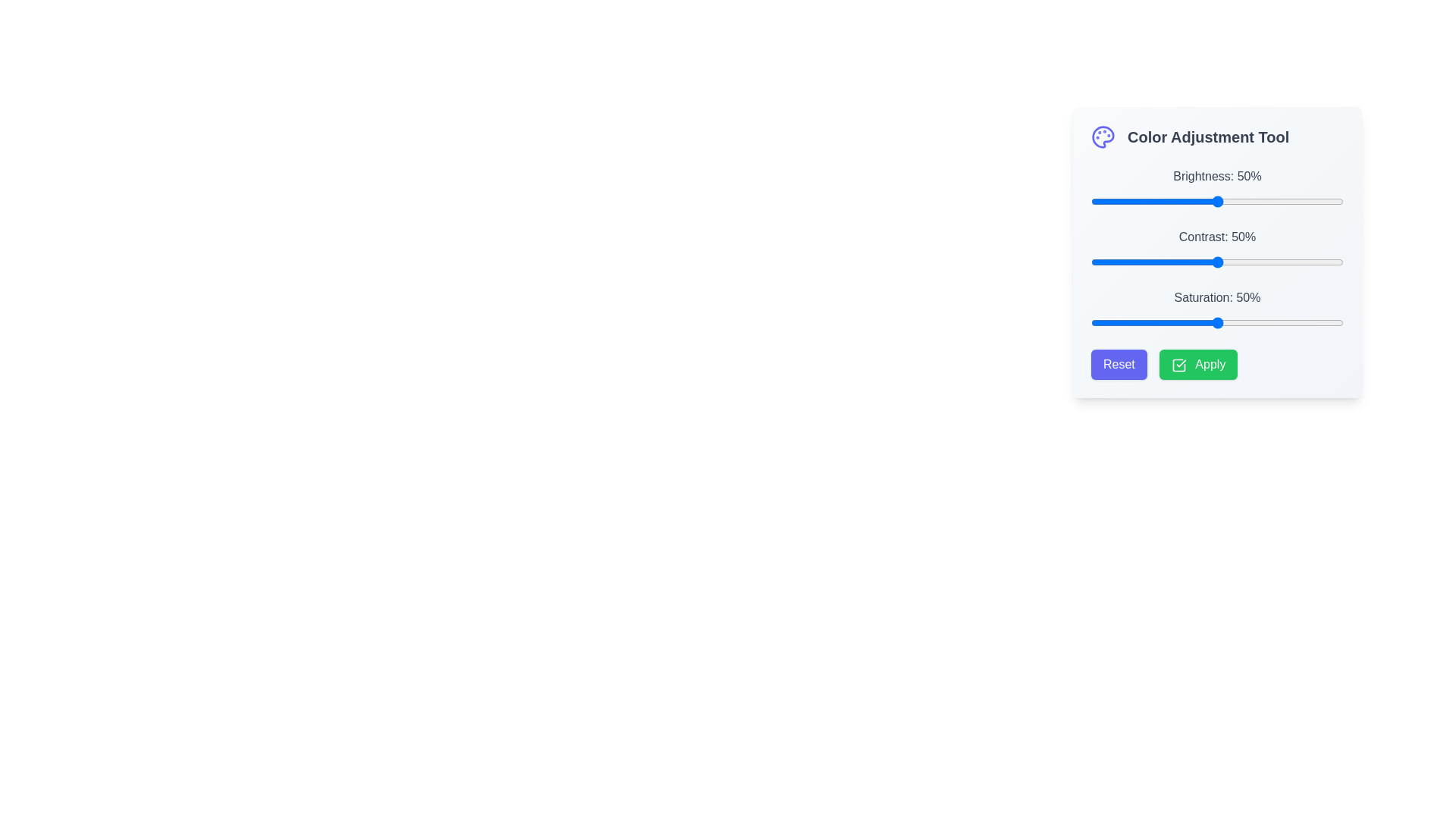 This screenshot has height=819, width=1456. I want to click on contrast of the image, so click(1313, 262).